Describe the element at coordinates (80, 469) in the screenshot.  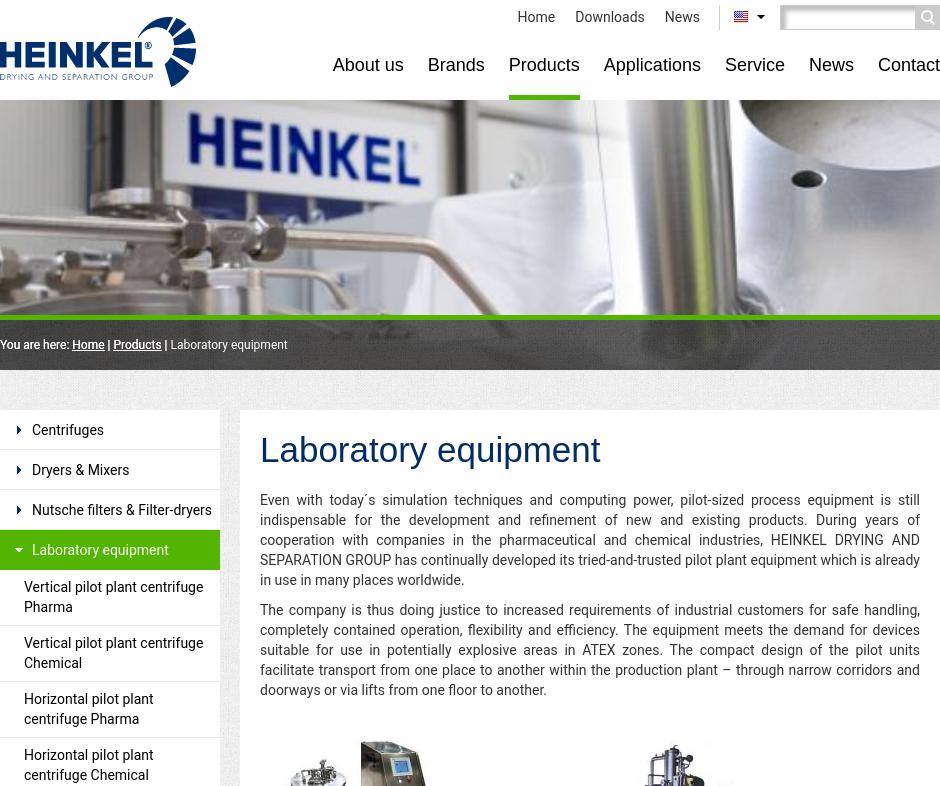
I see `'Dryers & Mixers'` at that location.